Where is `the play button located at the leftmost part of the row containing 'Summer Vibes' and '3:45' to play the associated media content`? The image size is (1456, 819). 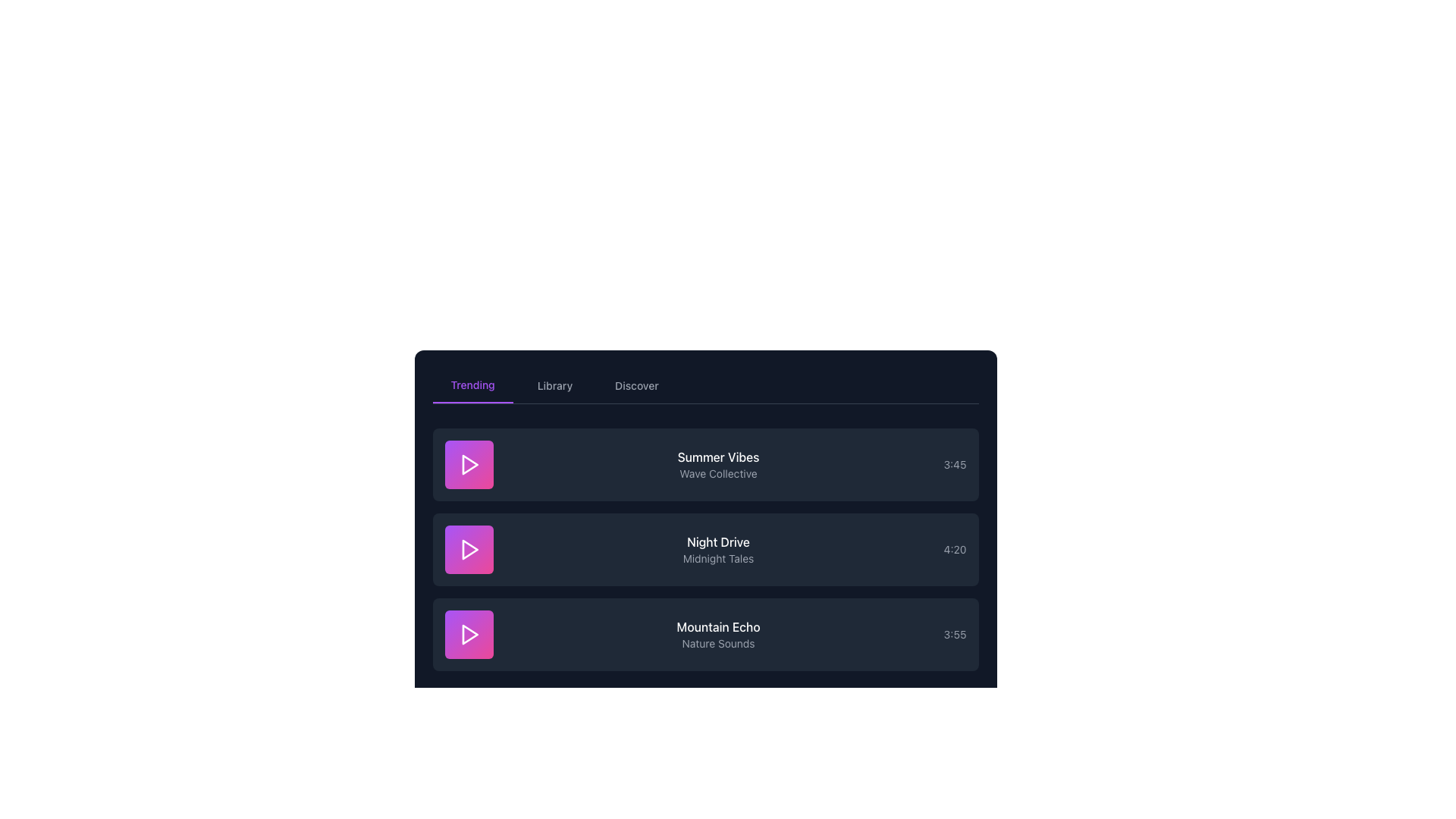
the play button located at the leftmost part of the row containing 'Summer Vibes' and '3:45' to play the associated media content is located at coordinates (468, 464).